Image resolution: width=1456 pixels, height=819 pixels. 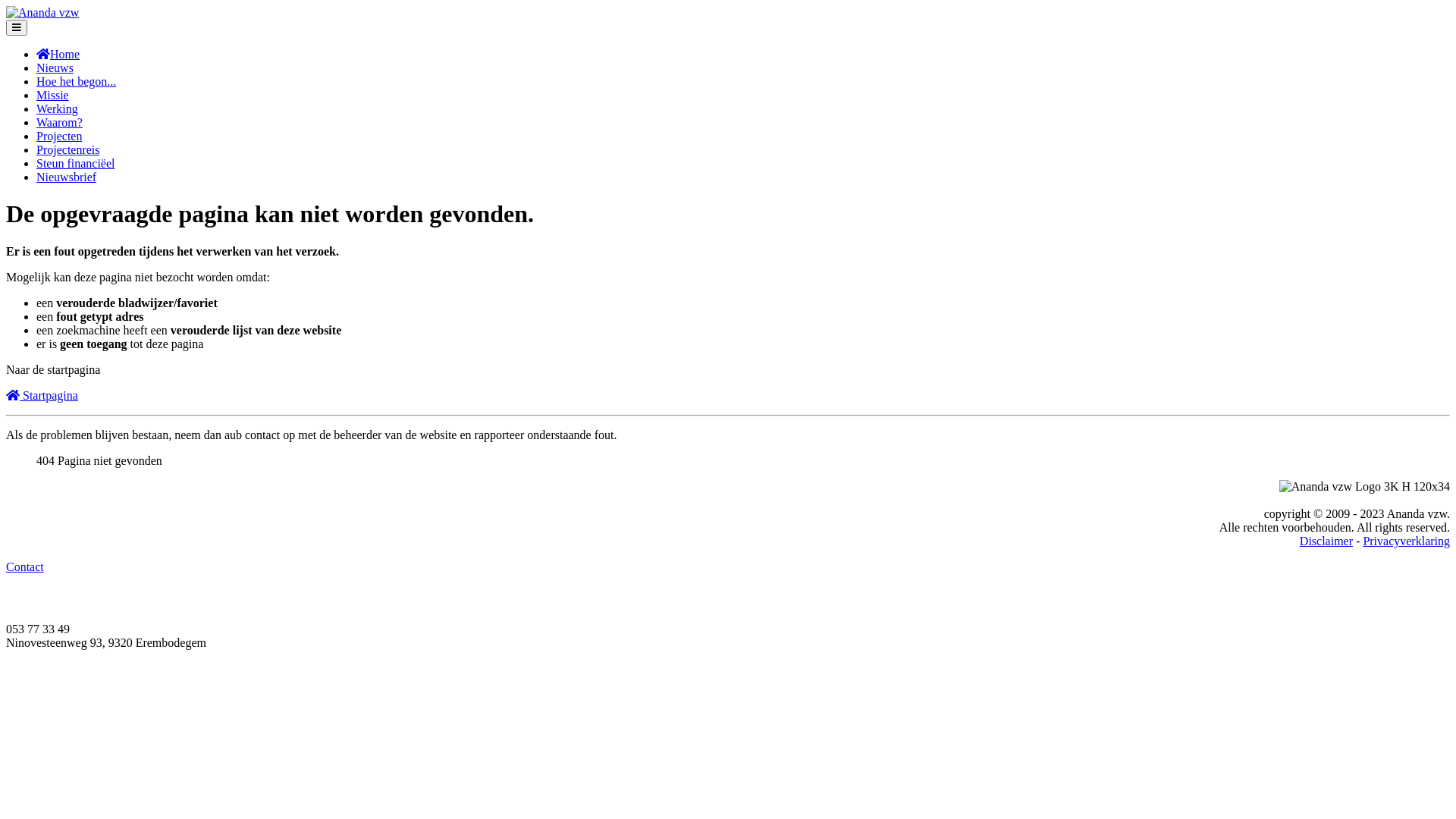 I want to click on 'Projecten', so click(x=36, y=135).